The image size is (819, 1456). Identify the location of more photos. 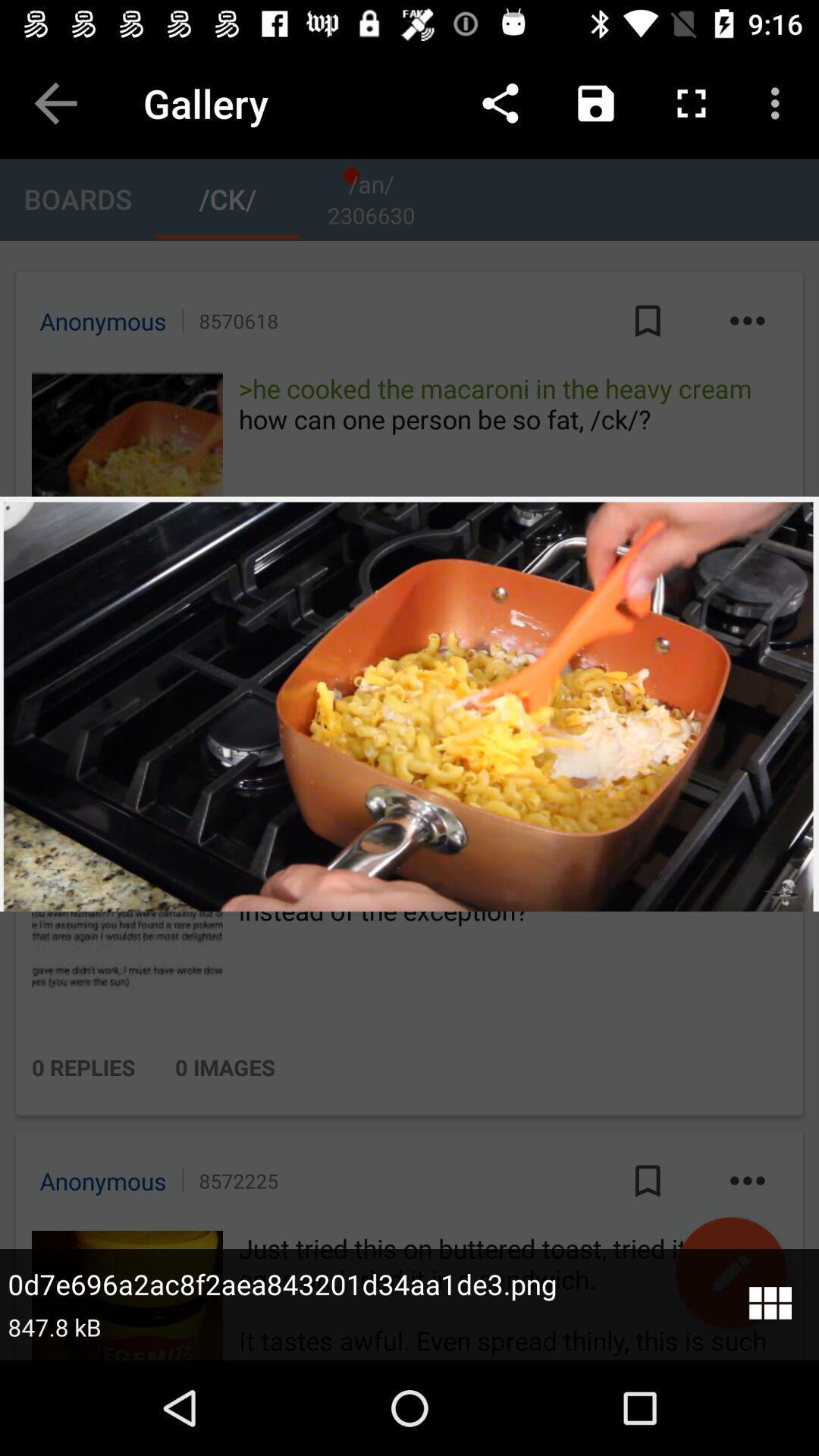
(769, 1304).